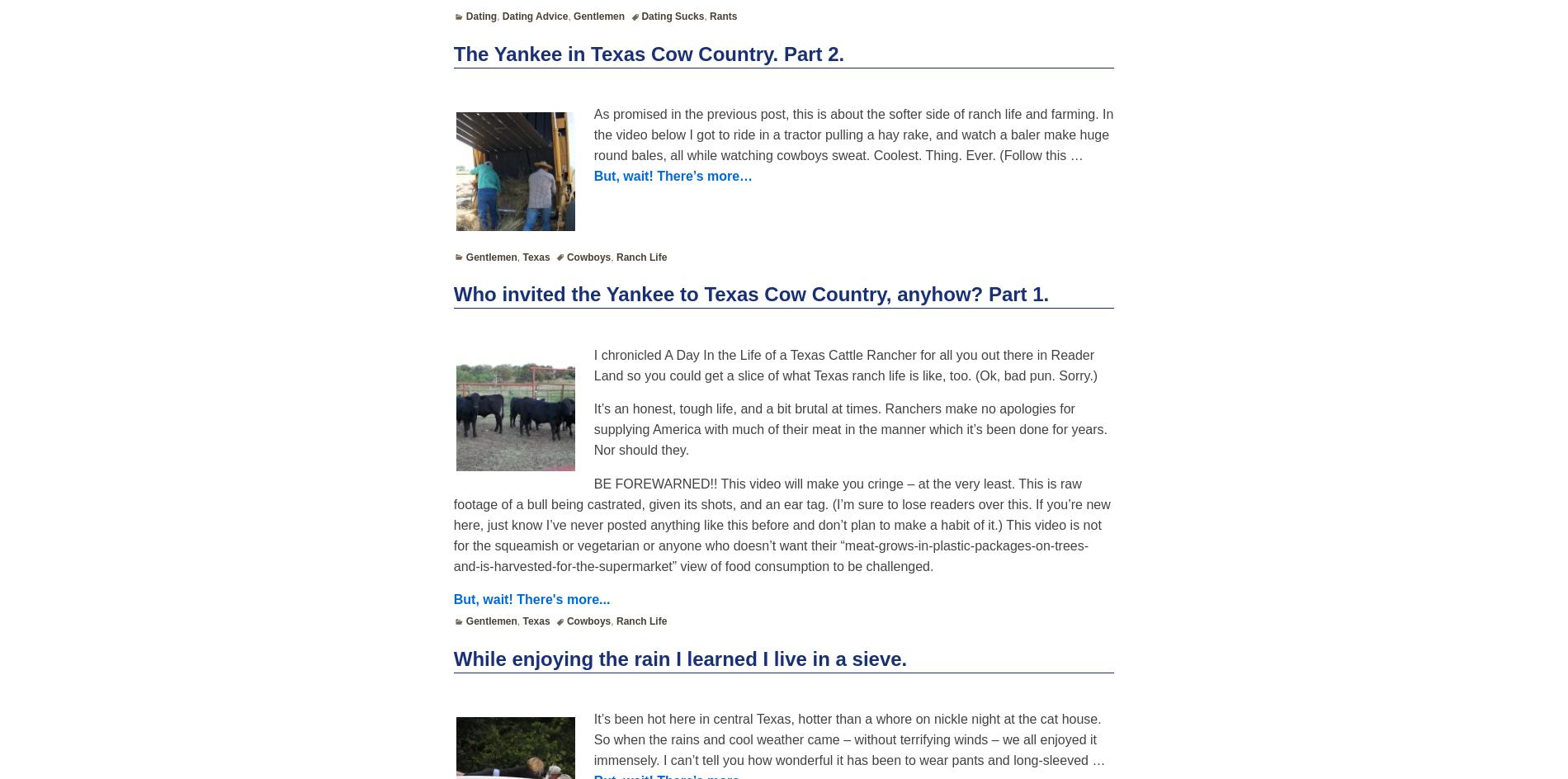 This screenshot has height=779, width=1568. I want to click on 'It’s been hot here in central Texas, hotter than a whore on nickle night at the cat house. So when the rains and cool weather came – without terrifying winds – we all enjoyed it immensely. I can’t tell you how wonderful it has been to wear pants and long-sleeved', so click(847, 739).